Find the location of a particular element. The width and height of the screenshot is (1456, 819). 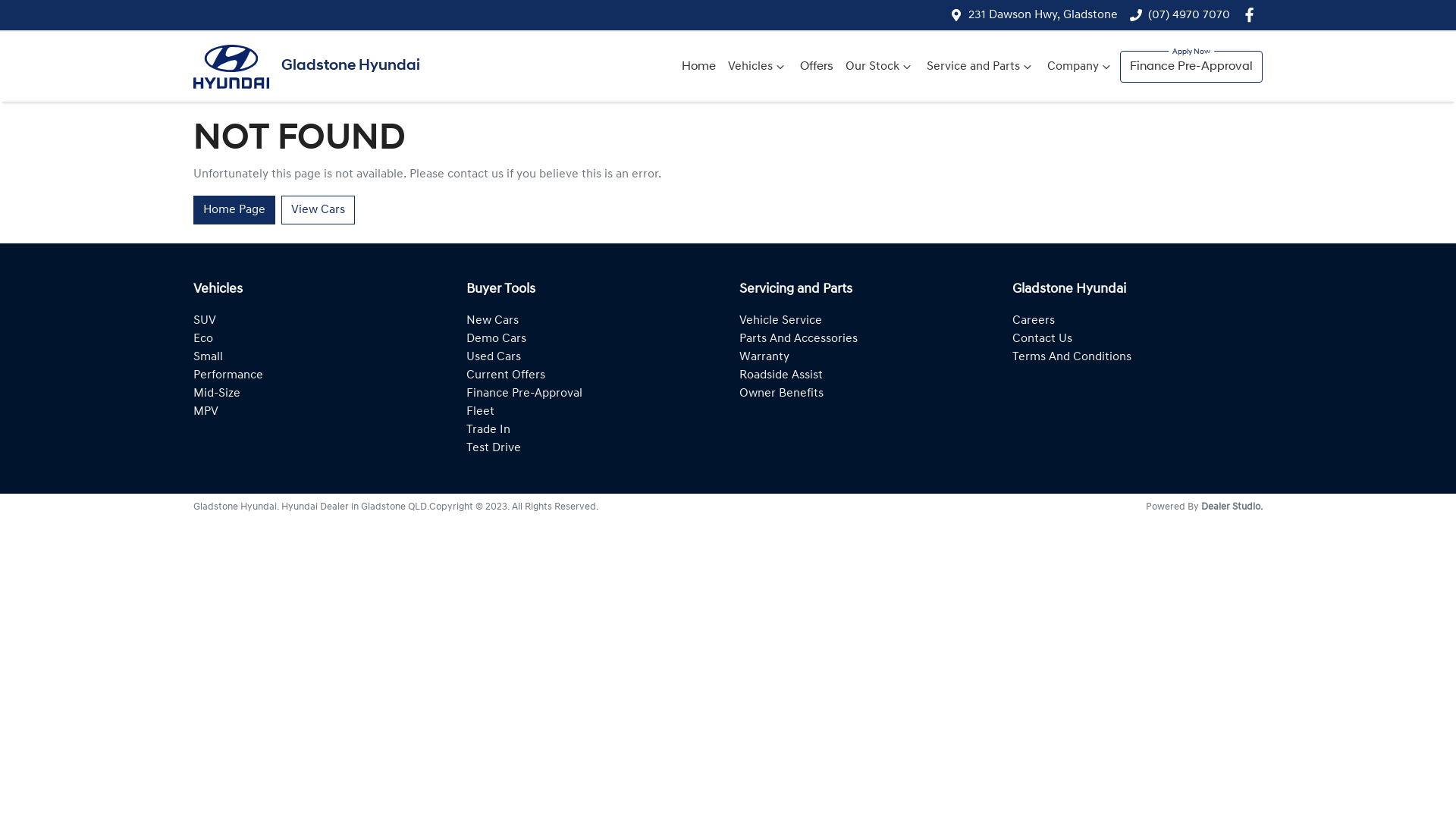

'Trade In' is located at coordinates (488, 430).